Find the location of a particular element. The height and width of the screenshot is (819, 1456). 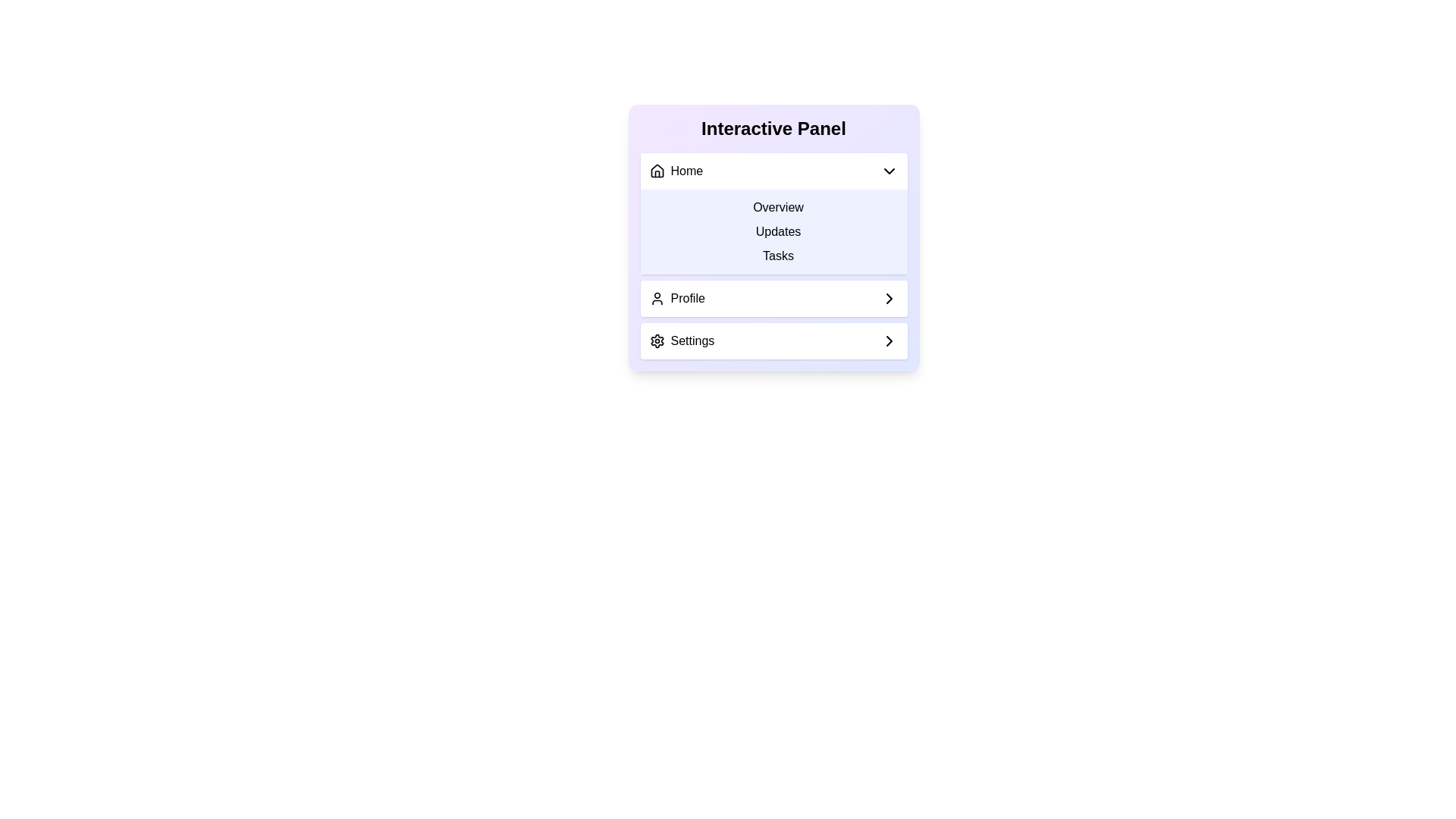

the 'Home' icon located at the top-left corner of the collapsible menu for navigation purposes is located at coordinates (657, 171).